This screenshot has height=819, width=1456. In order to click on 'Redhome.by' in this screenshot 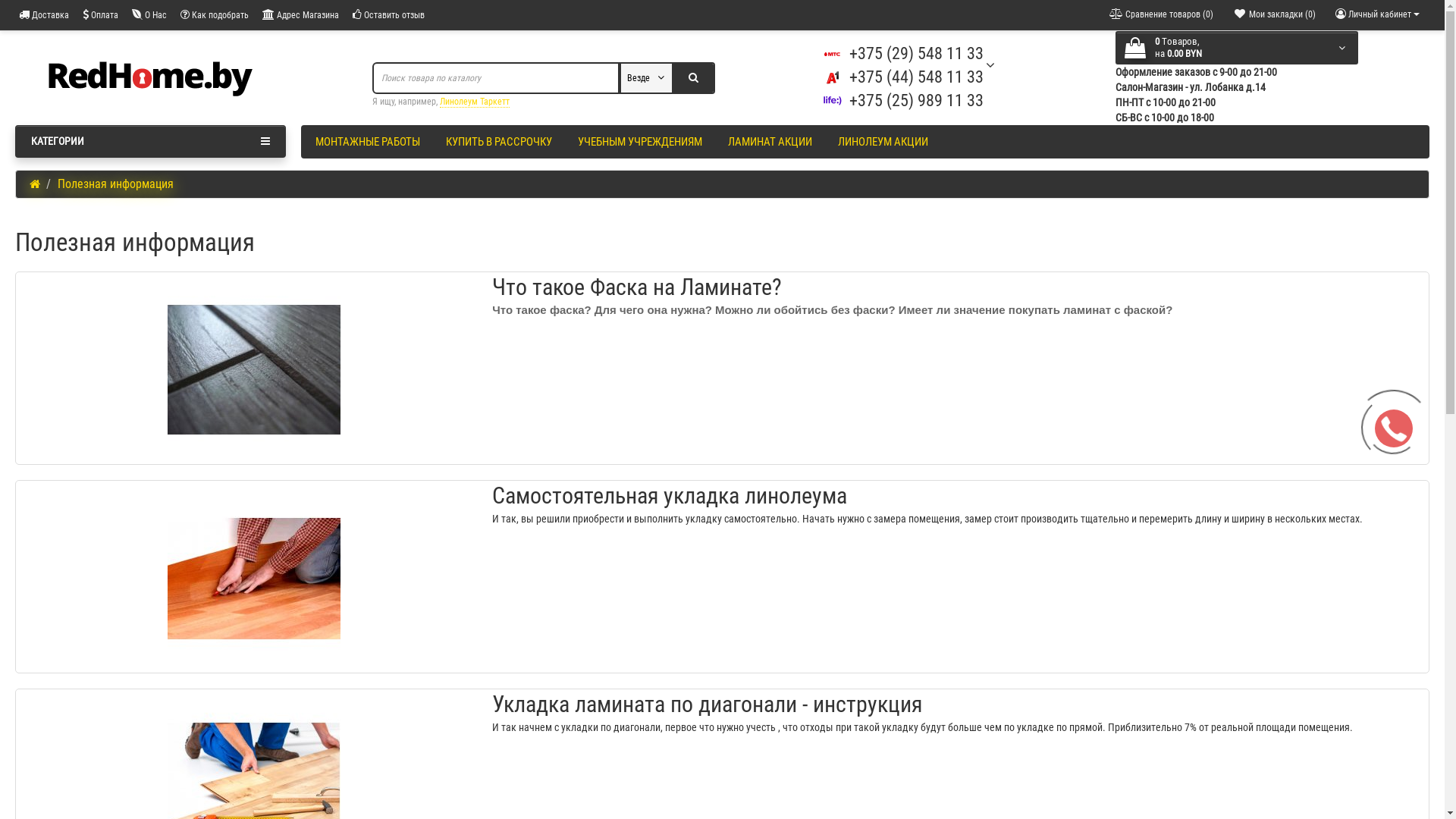, I will do `click(150, 78)`.